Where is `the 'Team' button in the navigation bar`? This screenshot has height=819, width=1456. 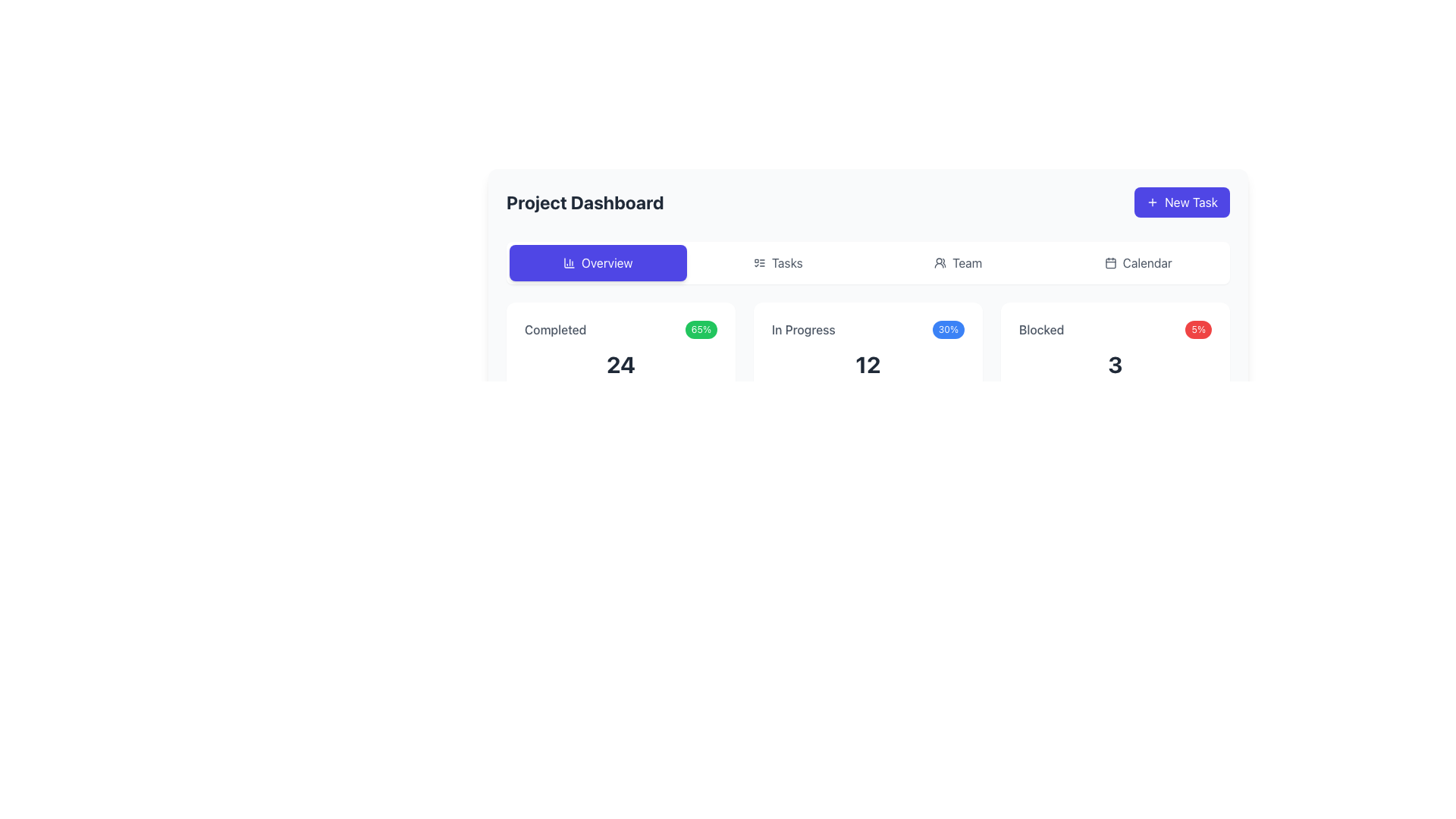 the 'Team' button in the navigation bar is located at coordinates (957, 262).